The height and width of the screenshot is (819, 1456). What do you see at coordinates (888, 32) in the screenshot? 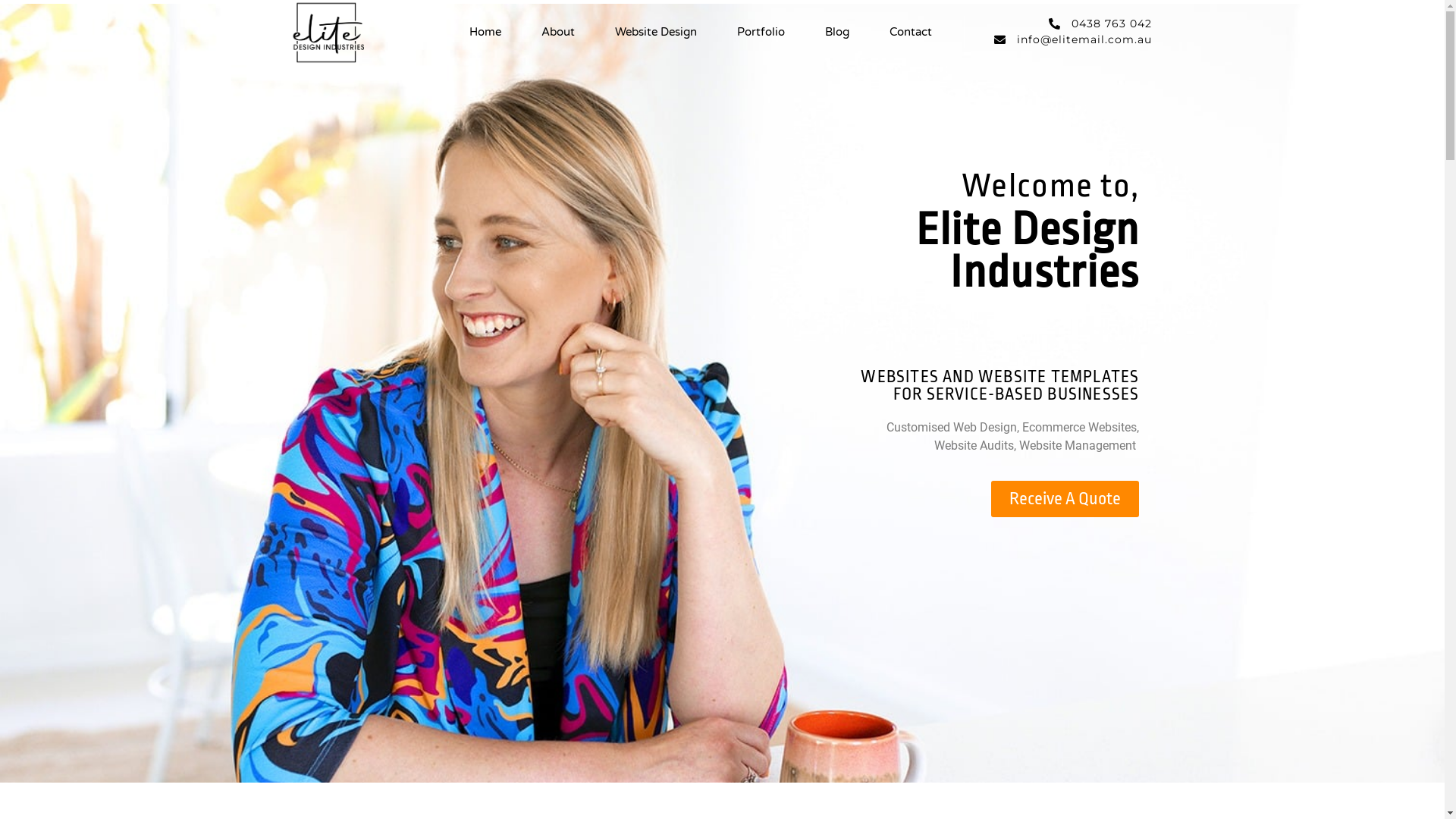
I see `'Contact'` at bounding box center [888, 32].